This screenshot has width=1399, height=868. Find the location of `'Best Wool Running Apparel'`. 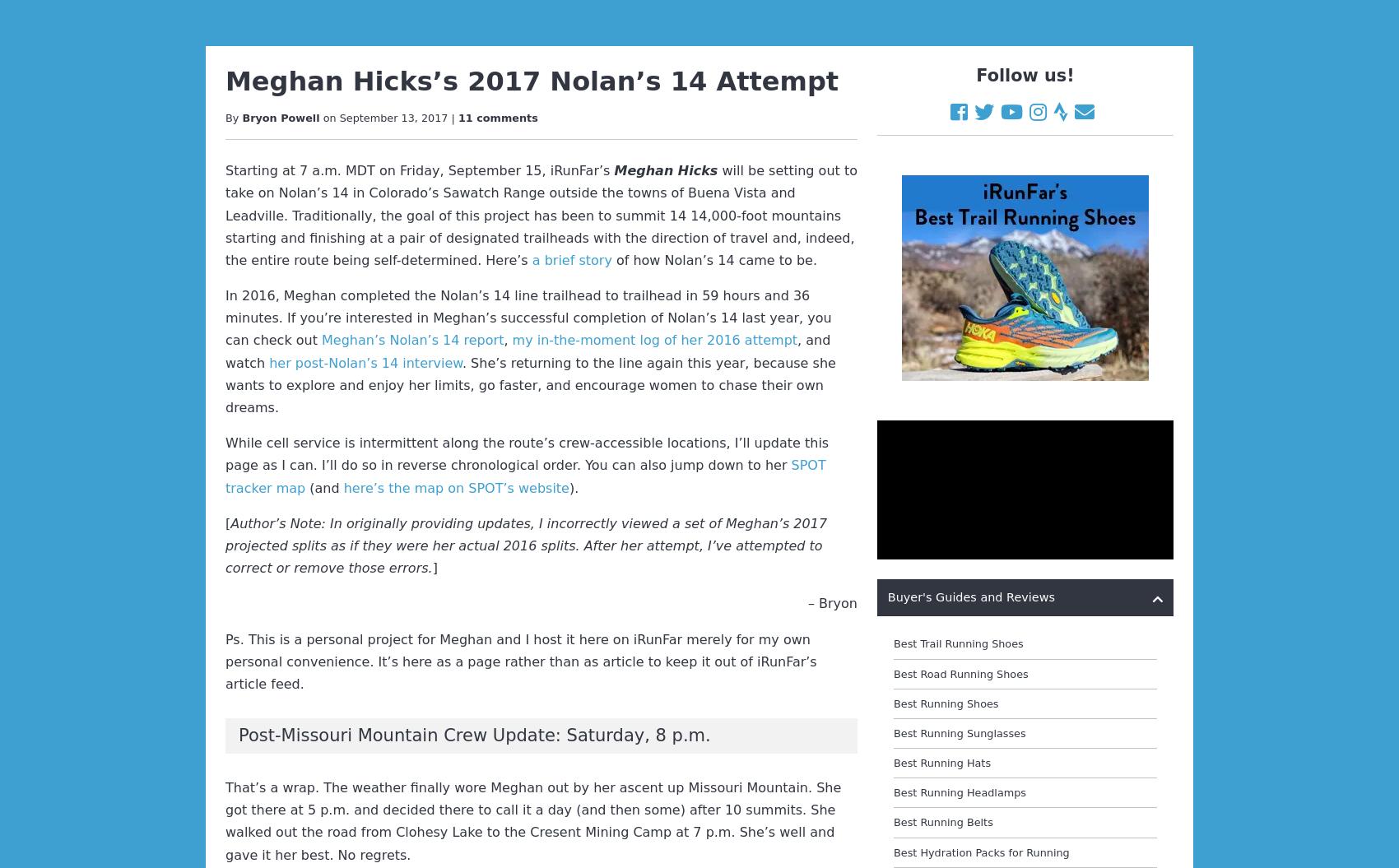

'Best Wool Running Apparel' is located at coordinates (964, 49).